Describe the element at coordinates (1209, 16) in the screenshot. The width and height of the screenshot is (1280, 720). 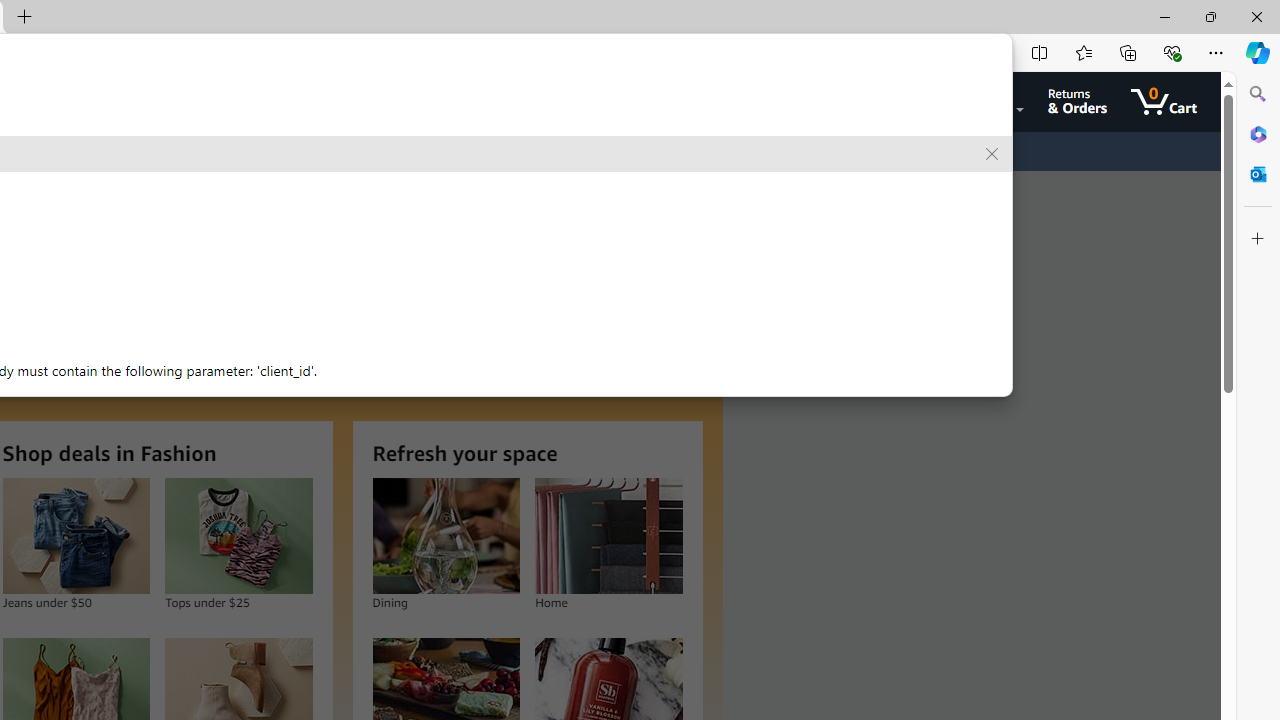
I see `'Restore'` at that location.